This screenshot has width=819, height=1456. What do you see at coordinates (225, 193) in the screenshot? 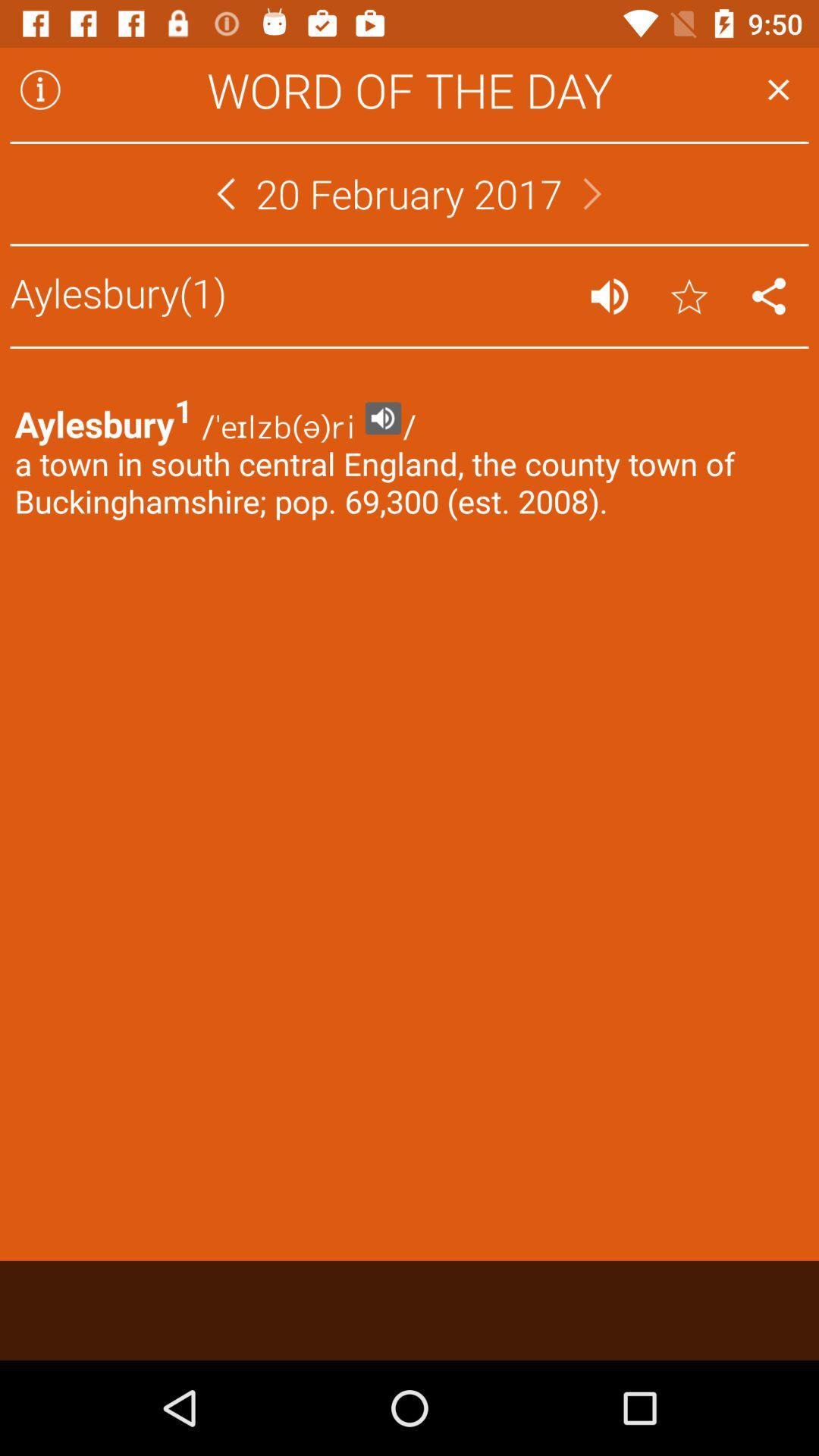
I see `app next to 20 february 2017 item` at bounding box center [225, 193].